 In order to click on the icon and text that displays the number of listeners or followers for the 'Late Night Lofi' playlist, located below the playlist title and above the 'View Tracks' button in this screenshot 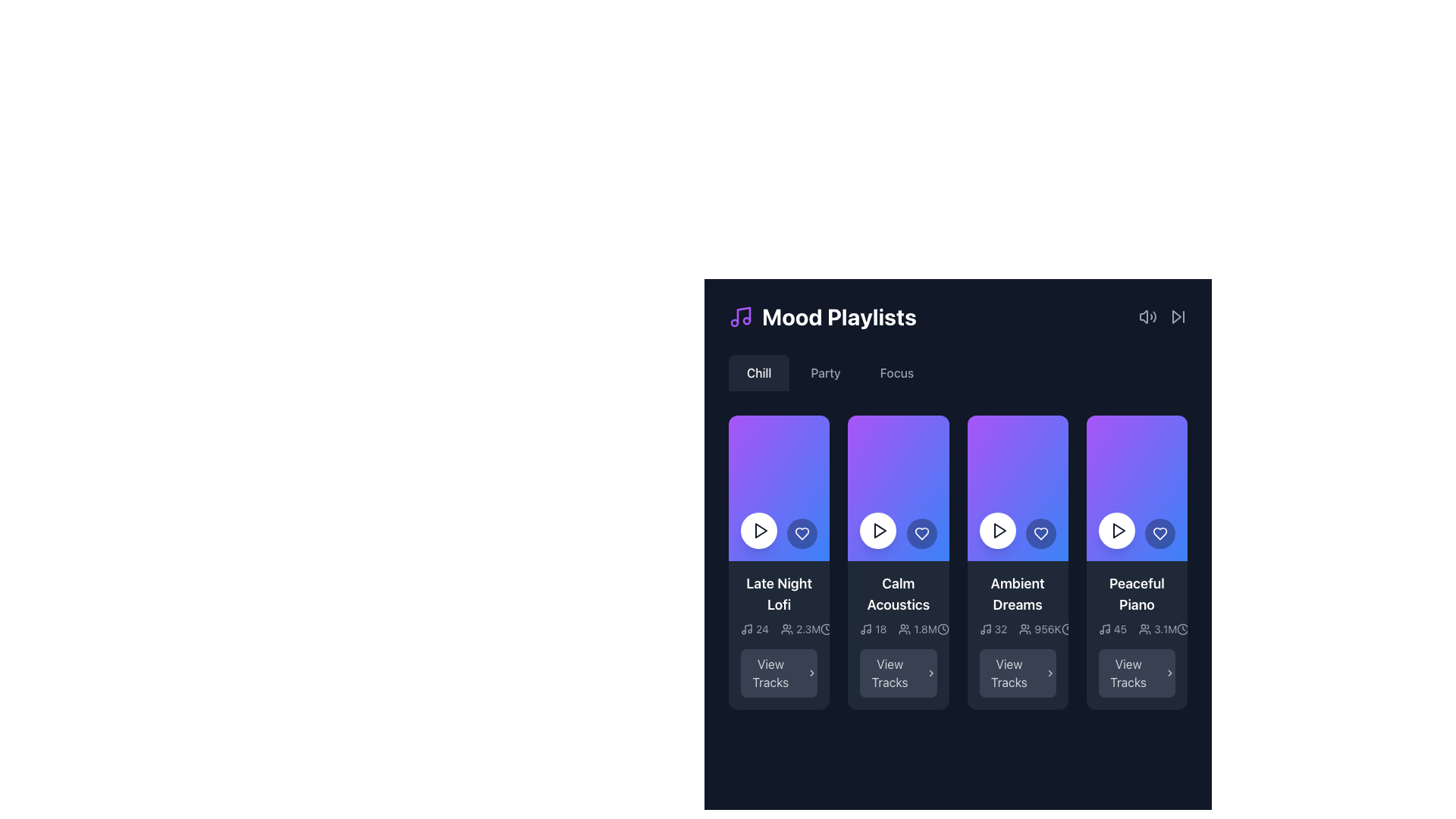, I will do `click(779, 629)`.